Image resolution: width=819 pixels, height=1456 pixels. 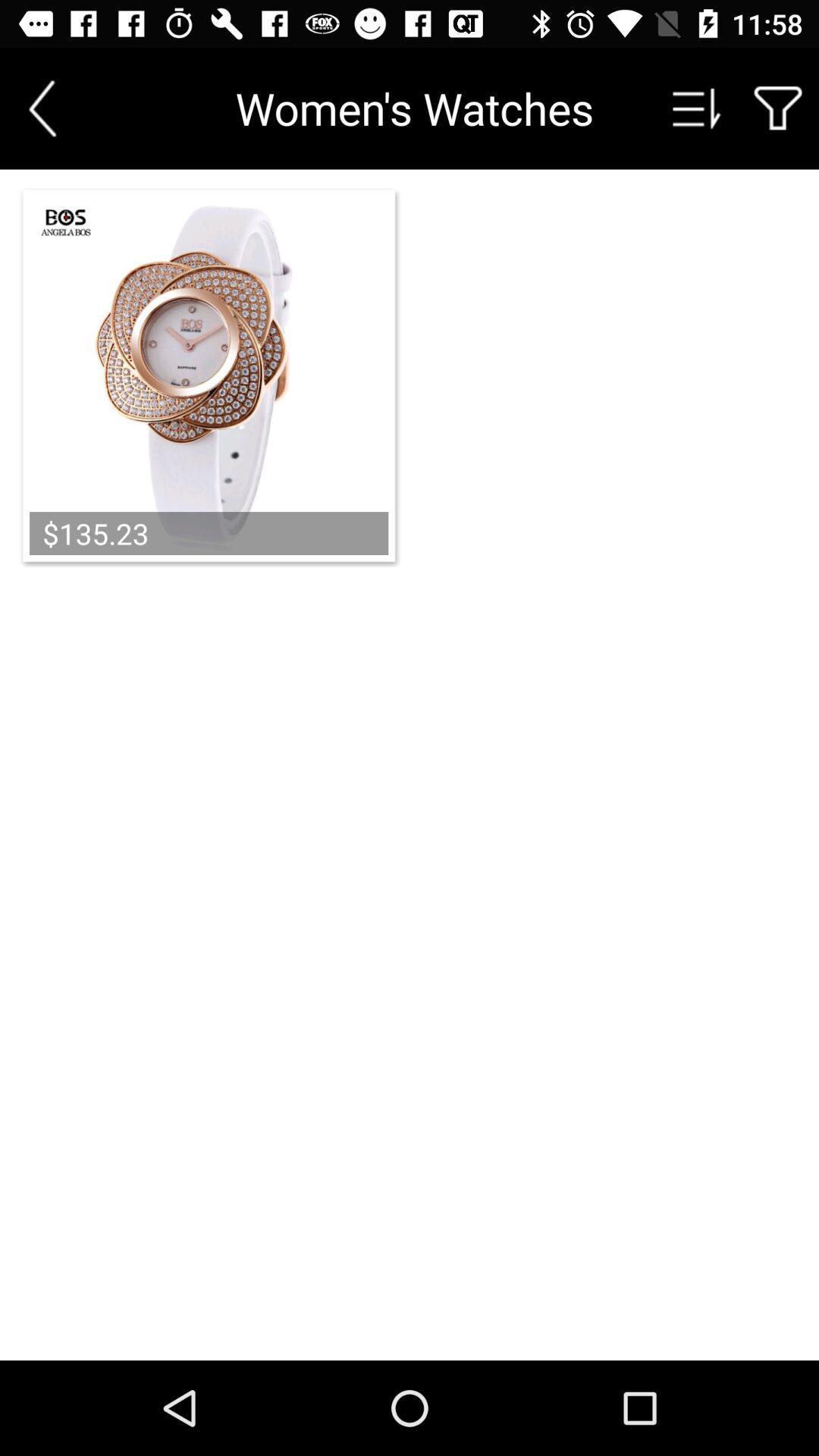 I want to click on sort product by, so click(x=697, y=108).